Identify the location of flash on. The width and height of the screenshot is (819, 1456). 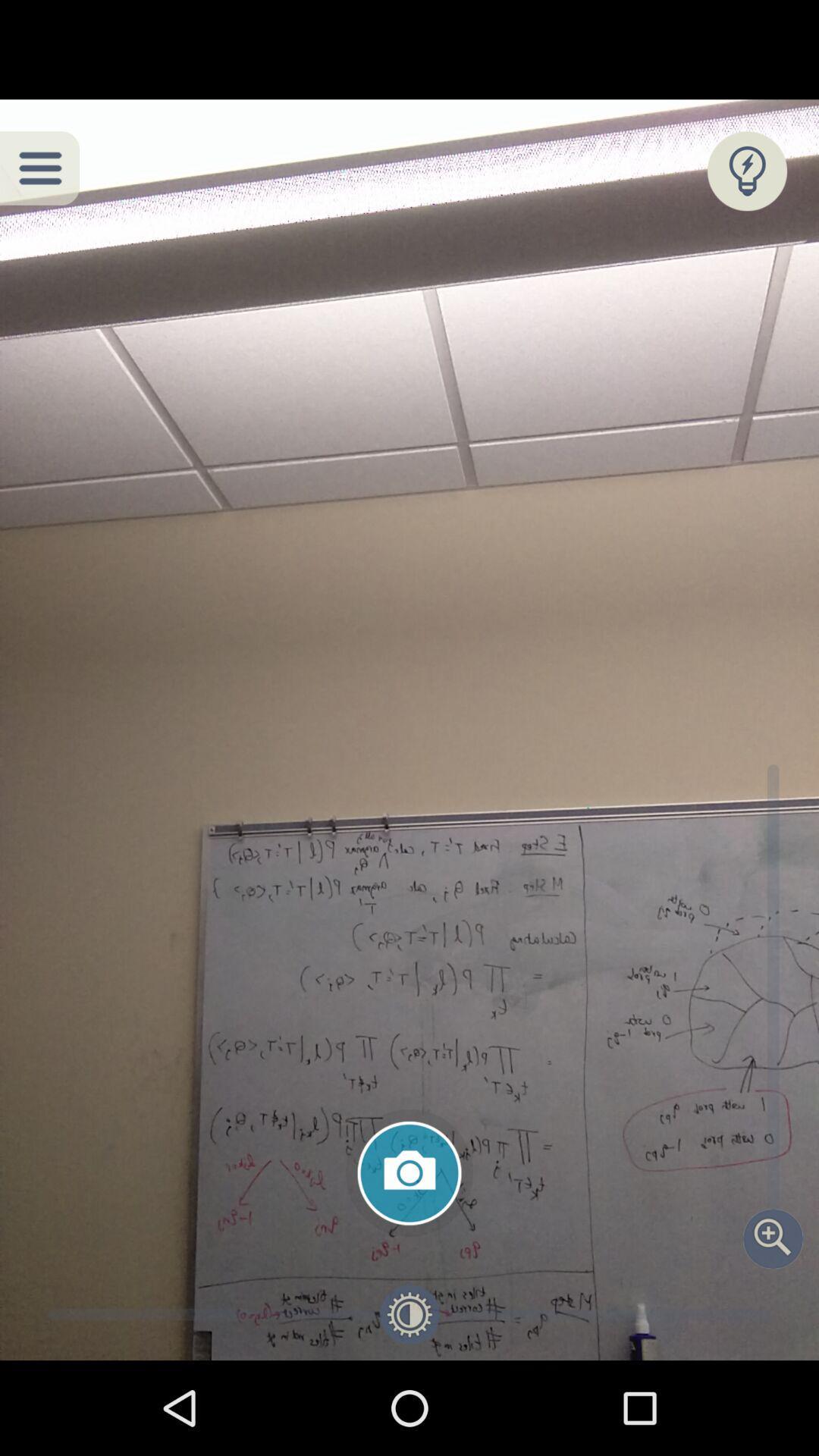
(746, 171).